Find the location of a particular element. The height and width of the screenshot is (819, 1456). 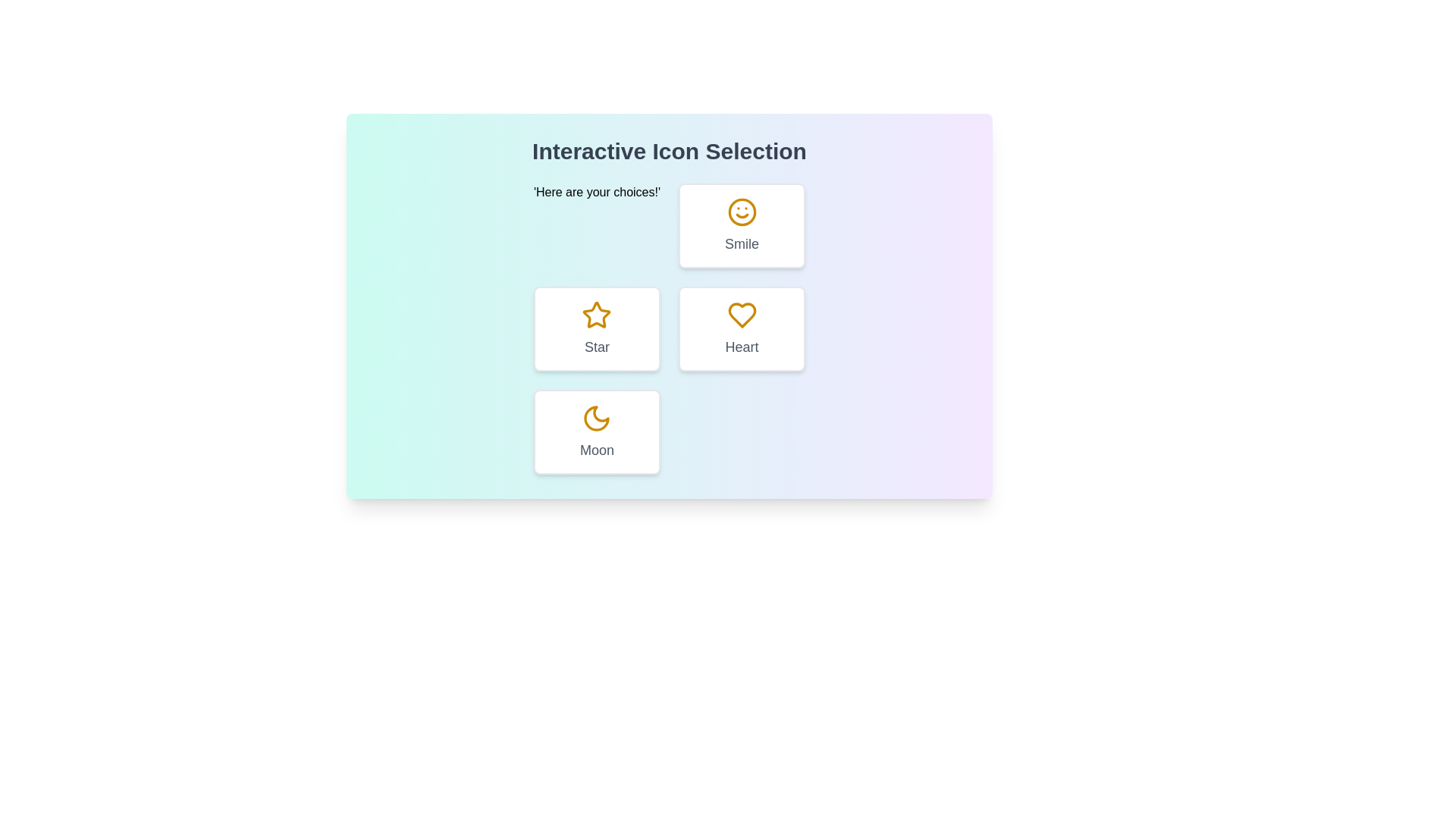

the heart icon located in the second column of the second row of selectable icons in the interface is located at coordinates (742, 315).